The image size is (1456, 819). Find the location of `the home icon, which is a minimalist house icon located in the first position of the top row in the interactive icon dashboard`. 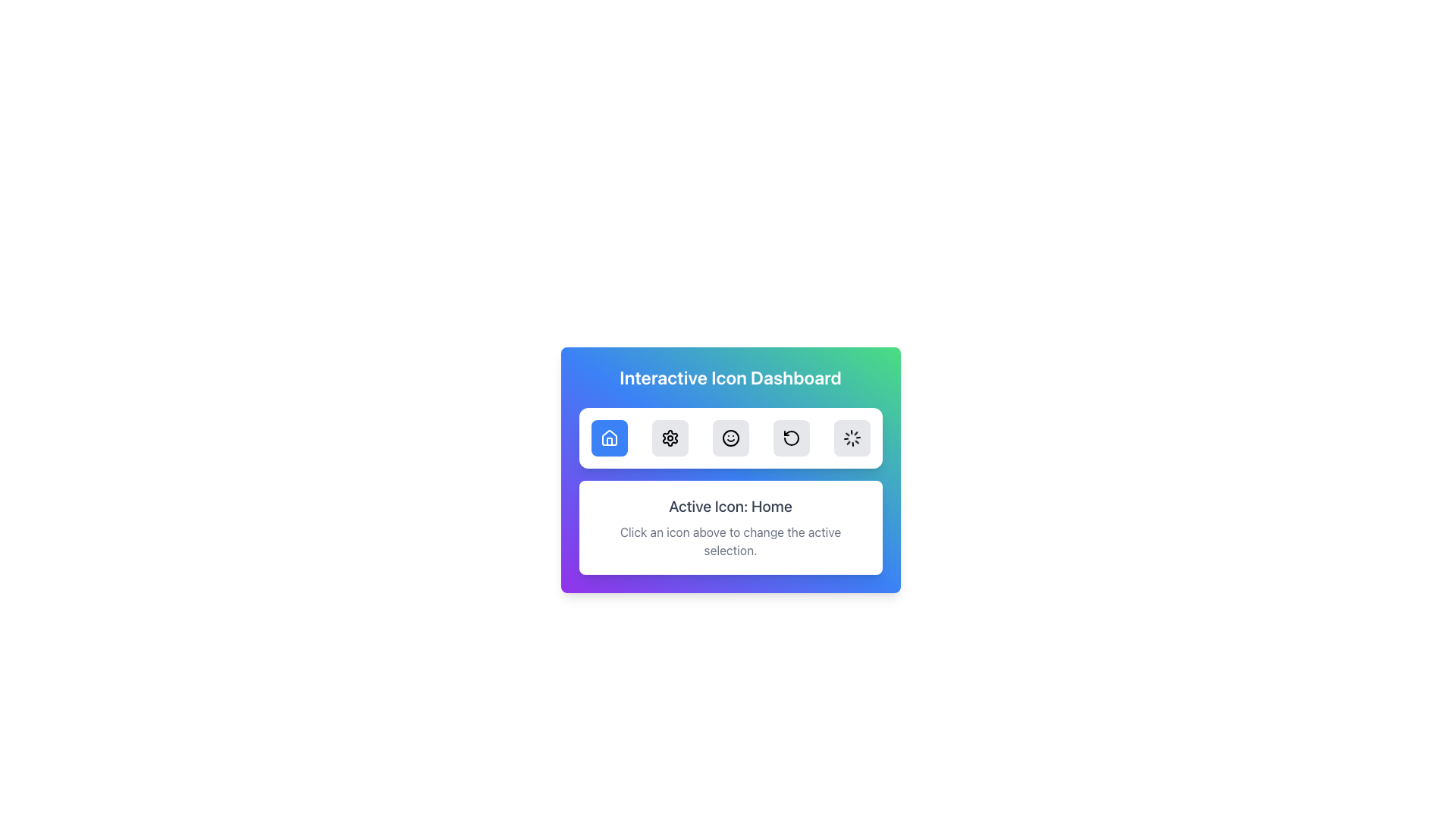

the home icon, which is a minimalist house icon located in the first position of the top row in the interactive icon dashboard is located at coordinates (609, 438).